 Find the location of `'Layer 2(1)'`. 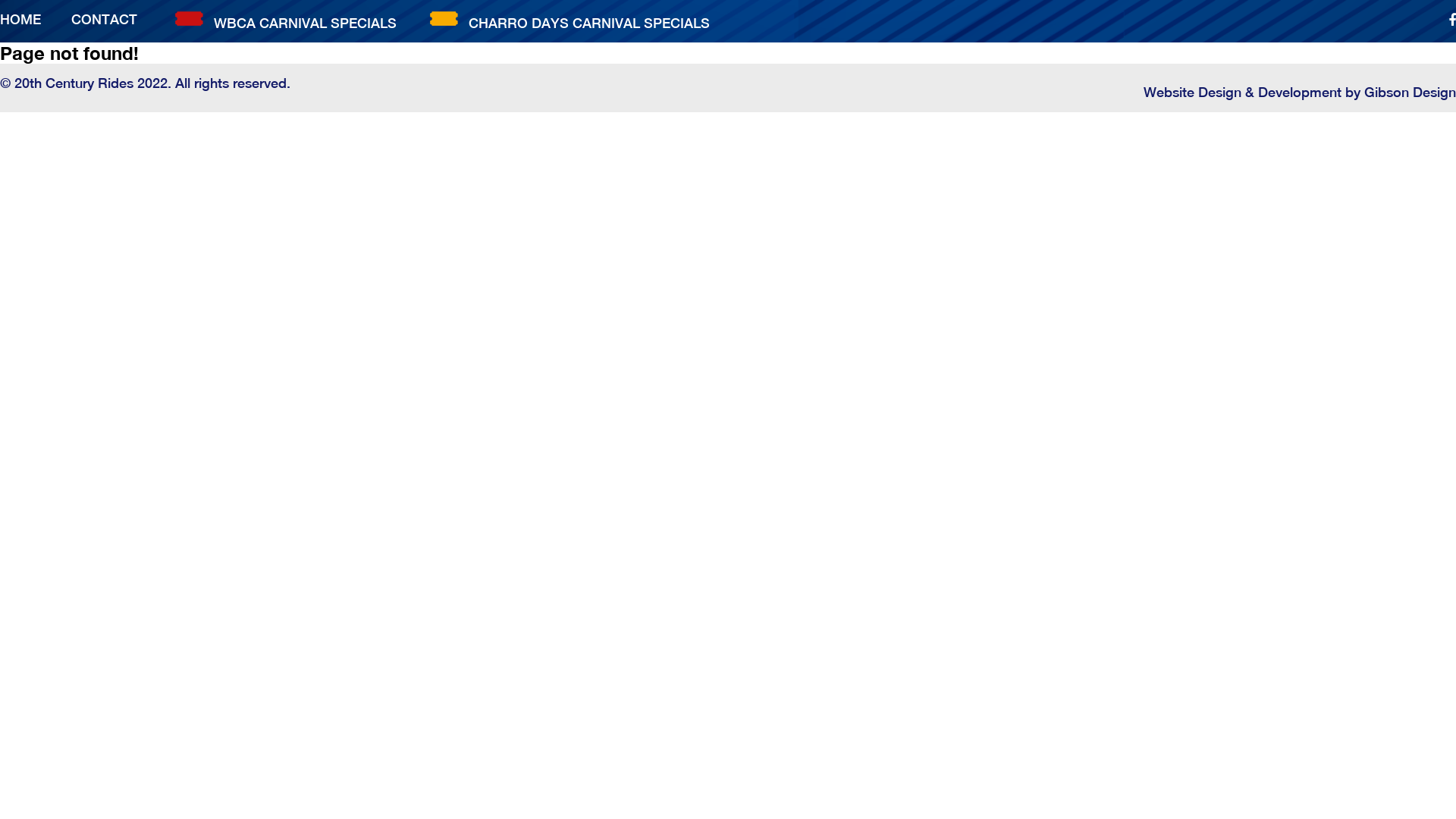

'Layer 2(1)' is located at coordinates (188, 18).